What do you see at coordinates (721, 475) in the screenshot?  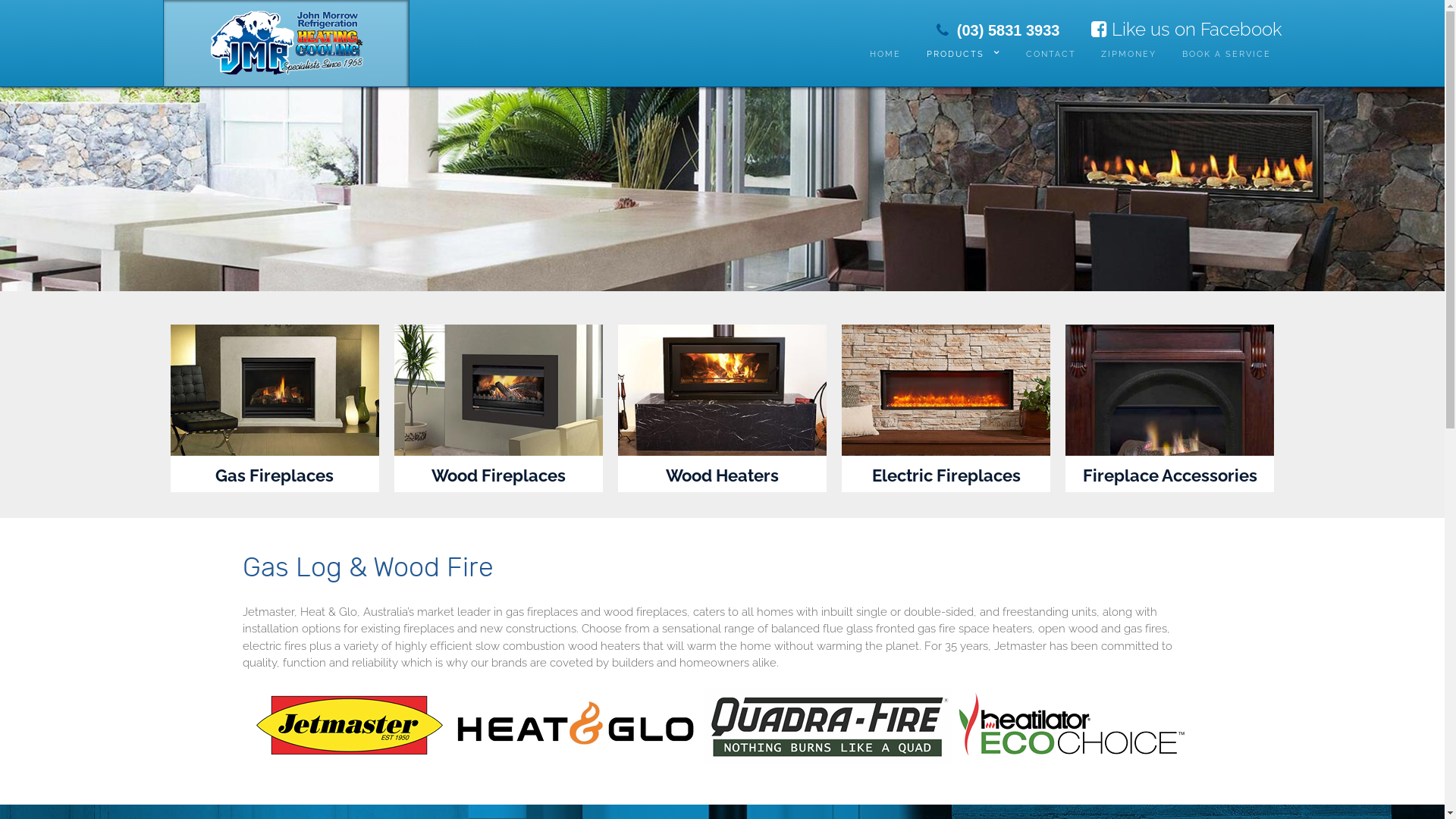 I see `'Wood Heaters'` at bounding box center [721, 475].